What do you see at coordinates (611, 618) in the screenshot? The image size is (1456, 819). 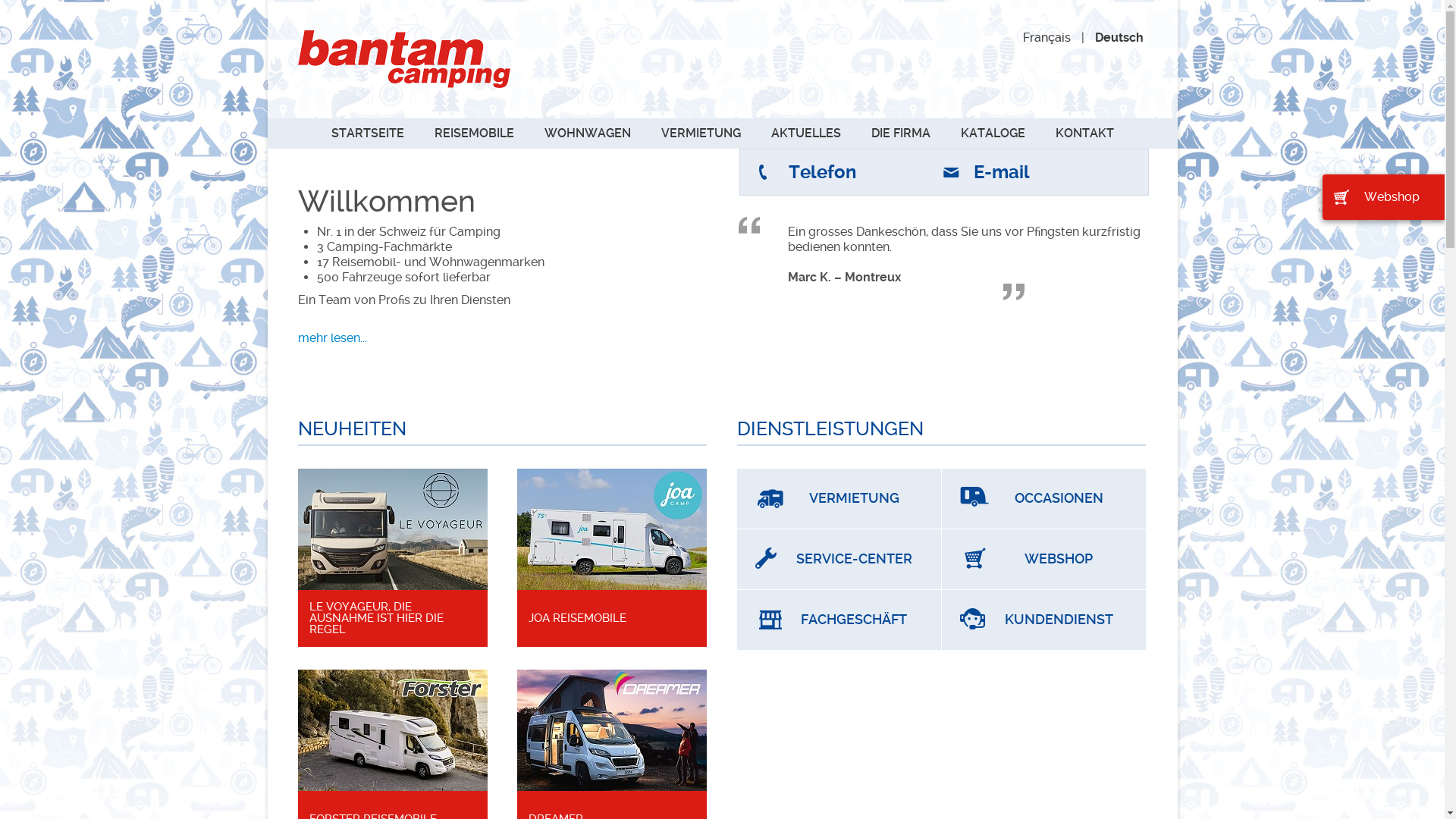 I see `'JOA REISEMOBILE'` at bounding box center [611, 618].